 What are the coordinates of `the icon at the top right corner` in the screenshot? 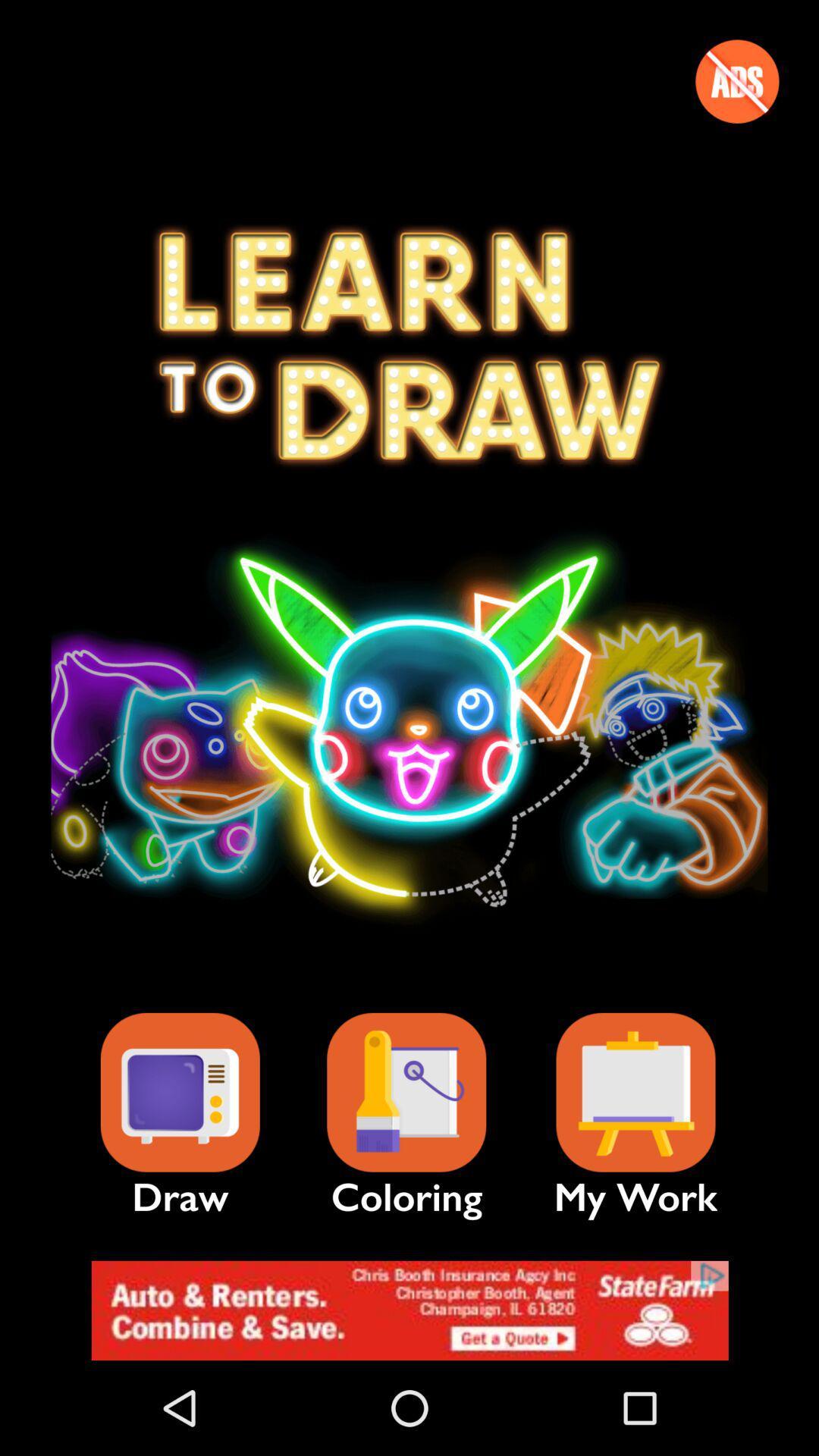 It's located at (736, 80).